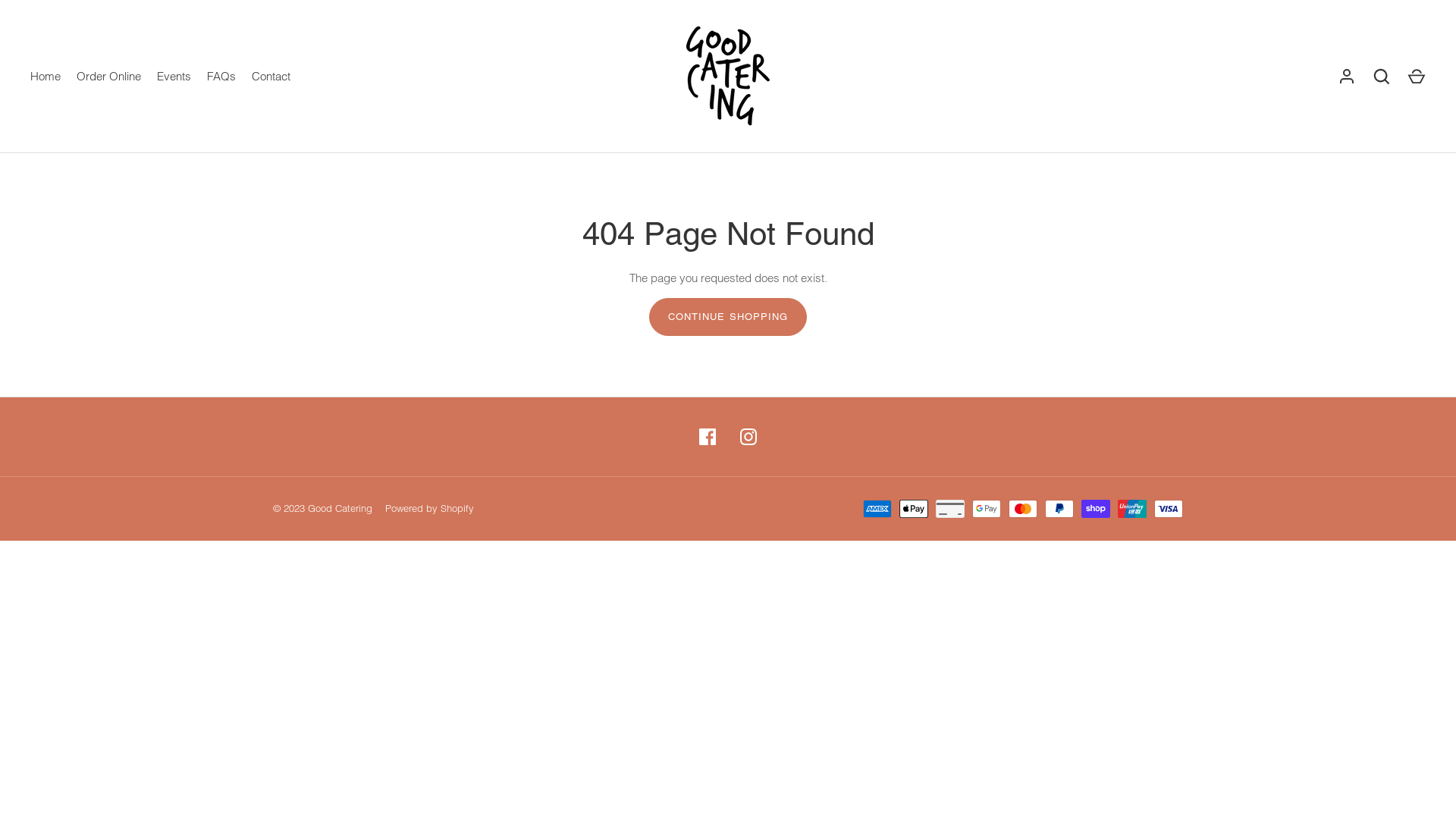 The image size is (1456, 819). I want to click on 'Events', so click(149, 77).